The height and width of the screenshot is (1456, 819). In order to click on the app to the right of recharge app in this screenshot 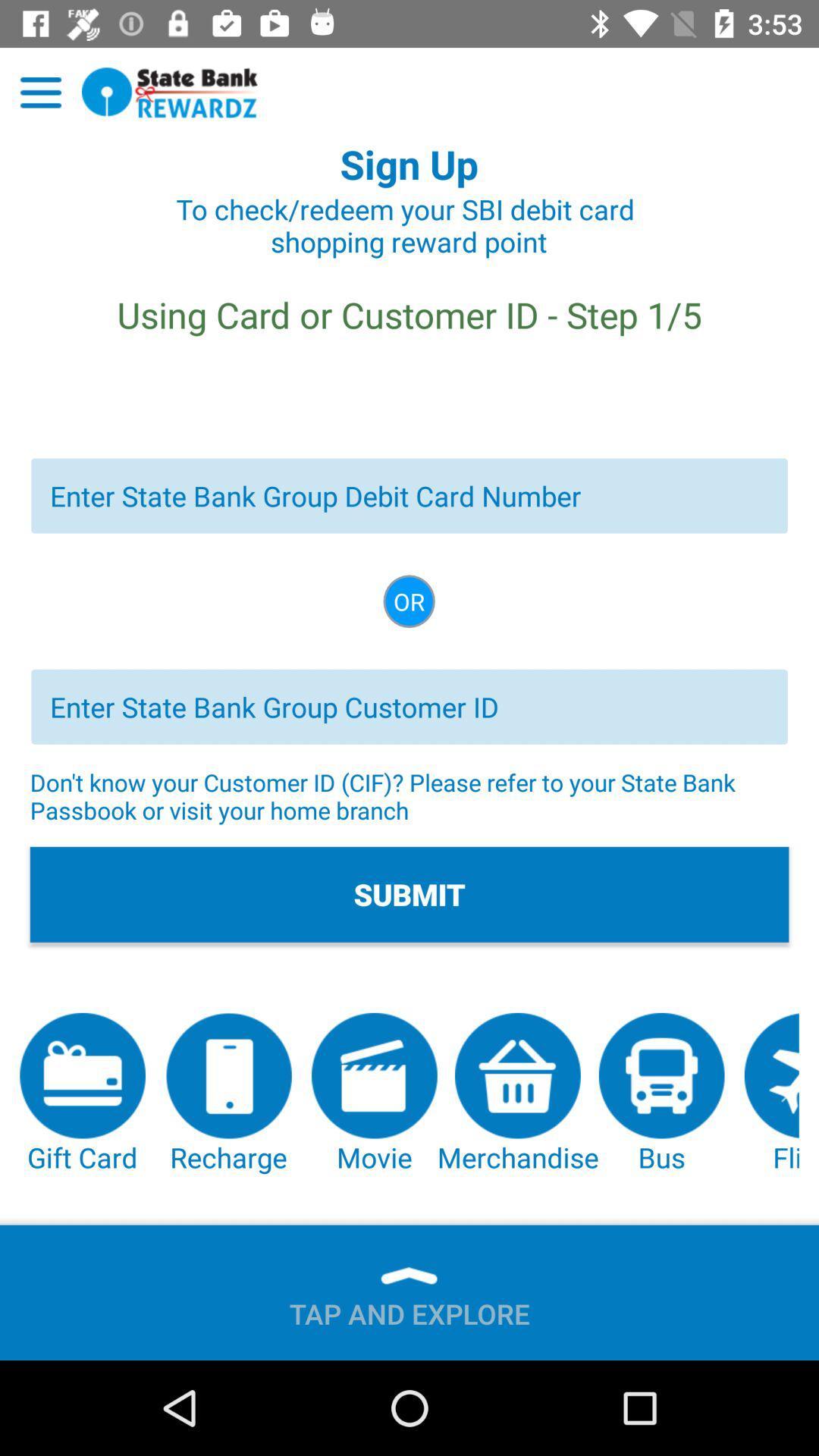, I will do `click(374, 1094)`.